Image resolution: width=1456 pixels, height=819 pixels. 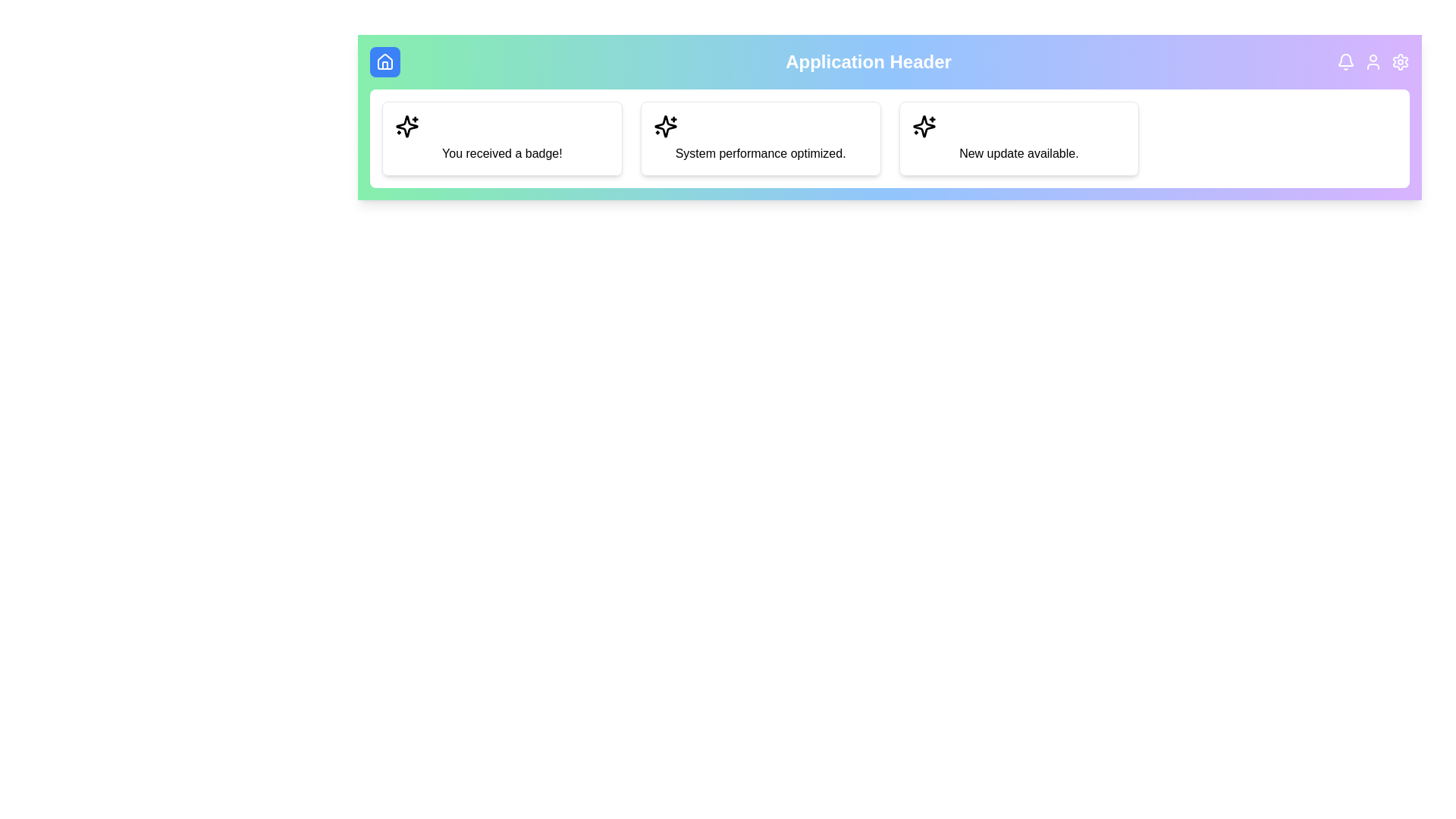 What do you see at coordinates (1400, 61) in the screenshot?
I see `the Settings button located at the top-right corner of the EnhancedAppBar` at bounding box center [1400, 61].